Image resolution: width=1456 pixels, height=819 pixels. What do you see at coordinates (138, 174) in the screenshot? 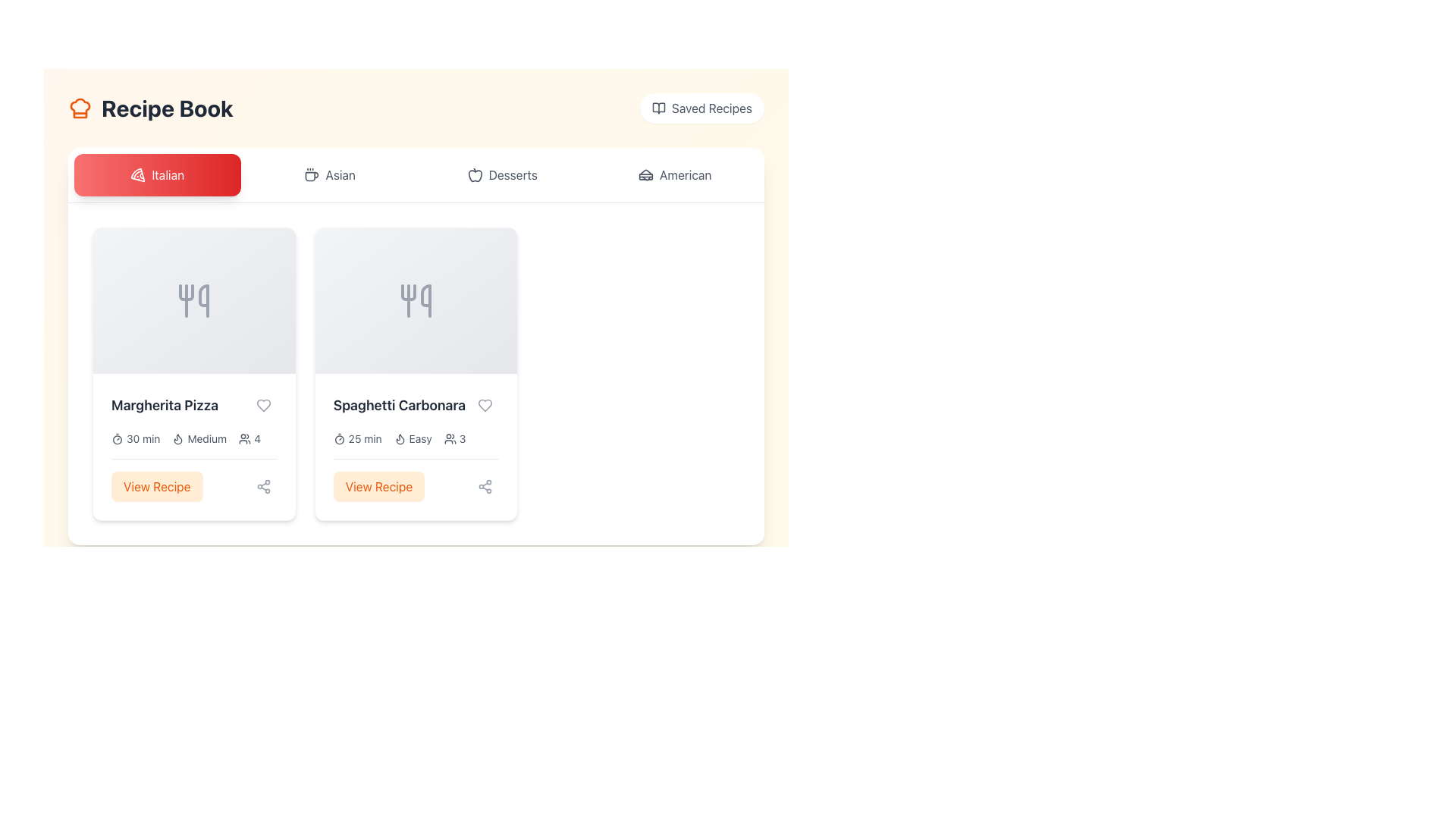
I see `the Italian cuisine icon located within the 'Italian' button in the navigation menu at the top left of the interface` at bounding box center [138, 174].